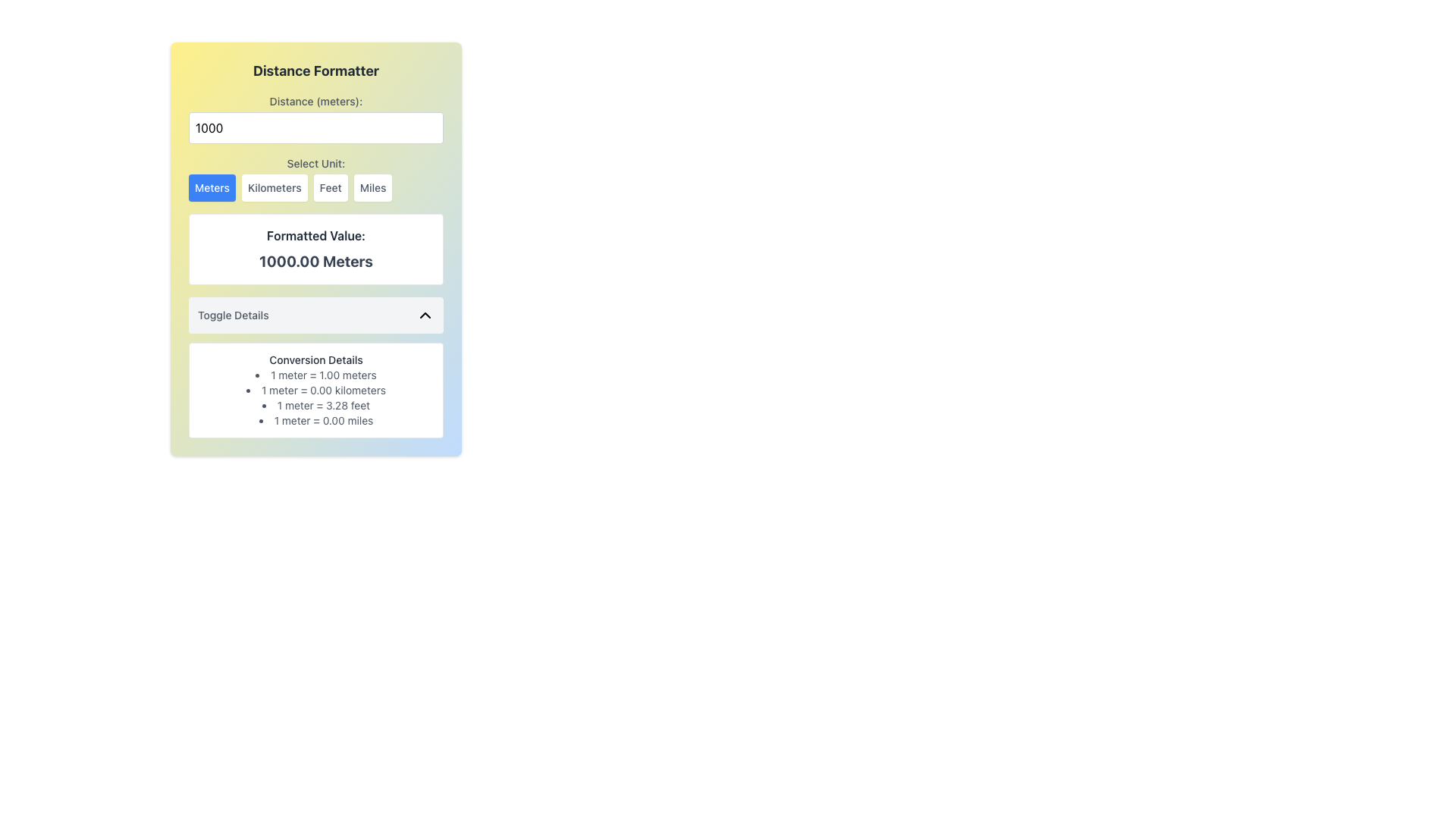 Image resolution: width=1456 pixels, height=819 pixels. Describe the element at coordinates (315, 375) in the screenshot. I see `text element displaying the conversion ratio '1 meter = 1.00 meters', which is the first item in the 'Conversion Details' section, positioned above '1 meter = 0.00 kilometers'` at that location.